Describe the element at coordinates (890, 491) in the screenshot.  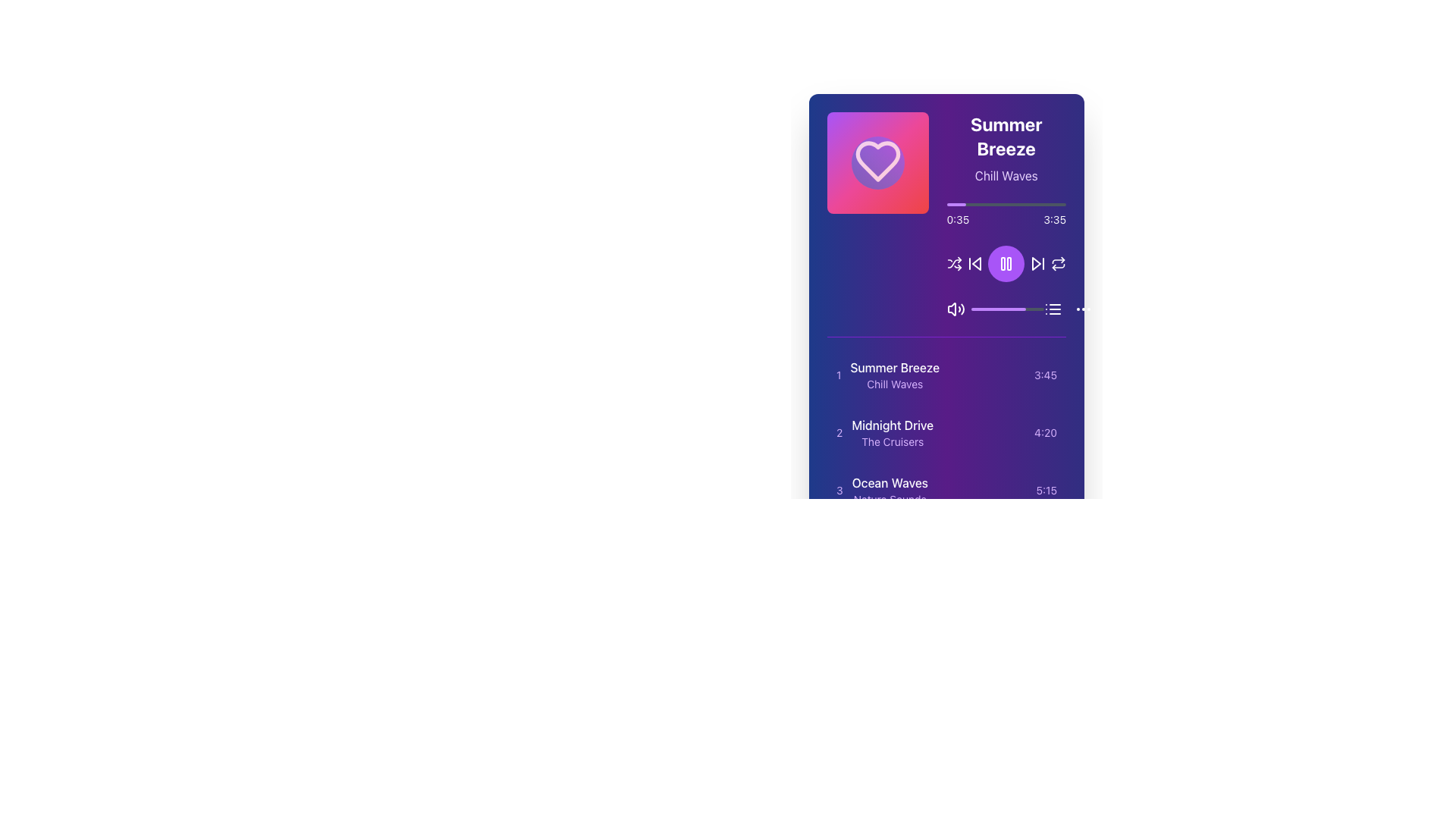
I see `the text display of the third entry in the media playlist, which provides the title and category of the item, positioned below 'Summer Breeze' and 'Midnight Drive'` at that location.